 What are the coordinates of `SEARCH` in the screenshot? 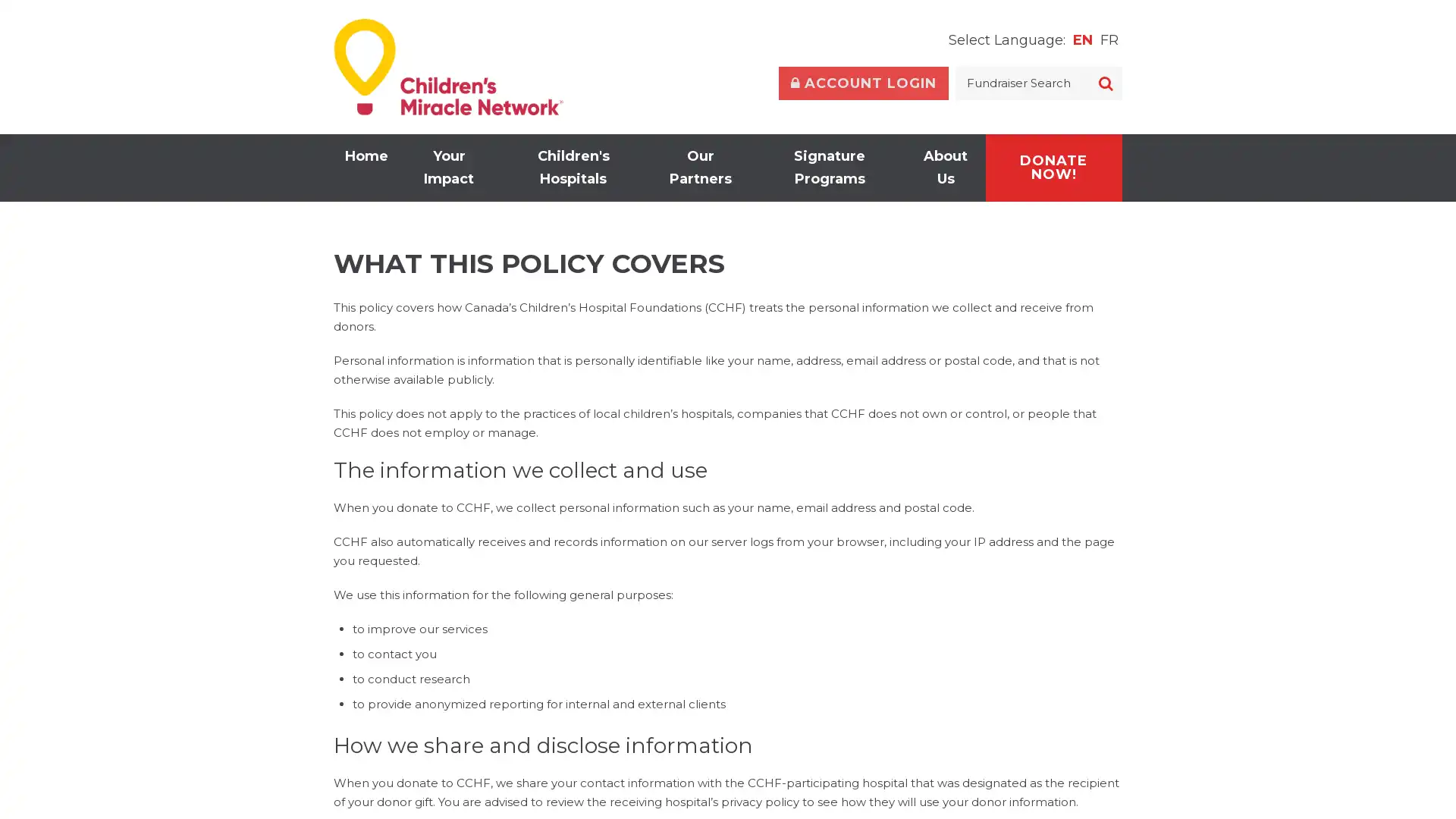 It's located at (1103, 83).